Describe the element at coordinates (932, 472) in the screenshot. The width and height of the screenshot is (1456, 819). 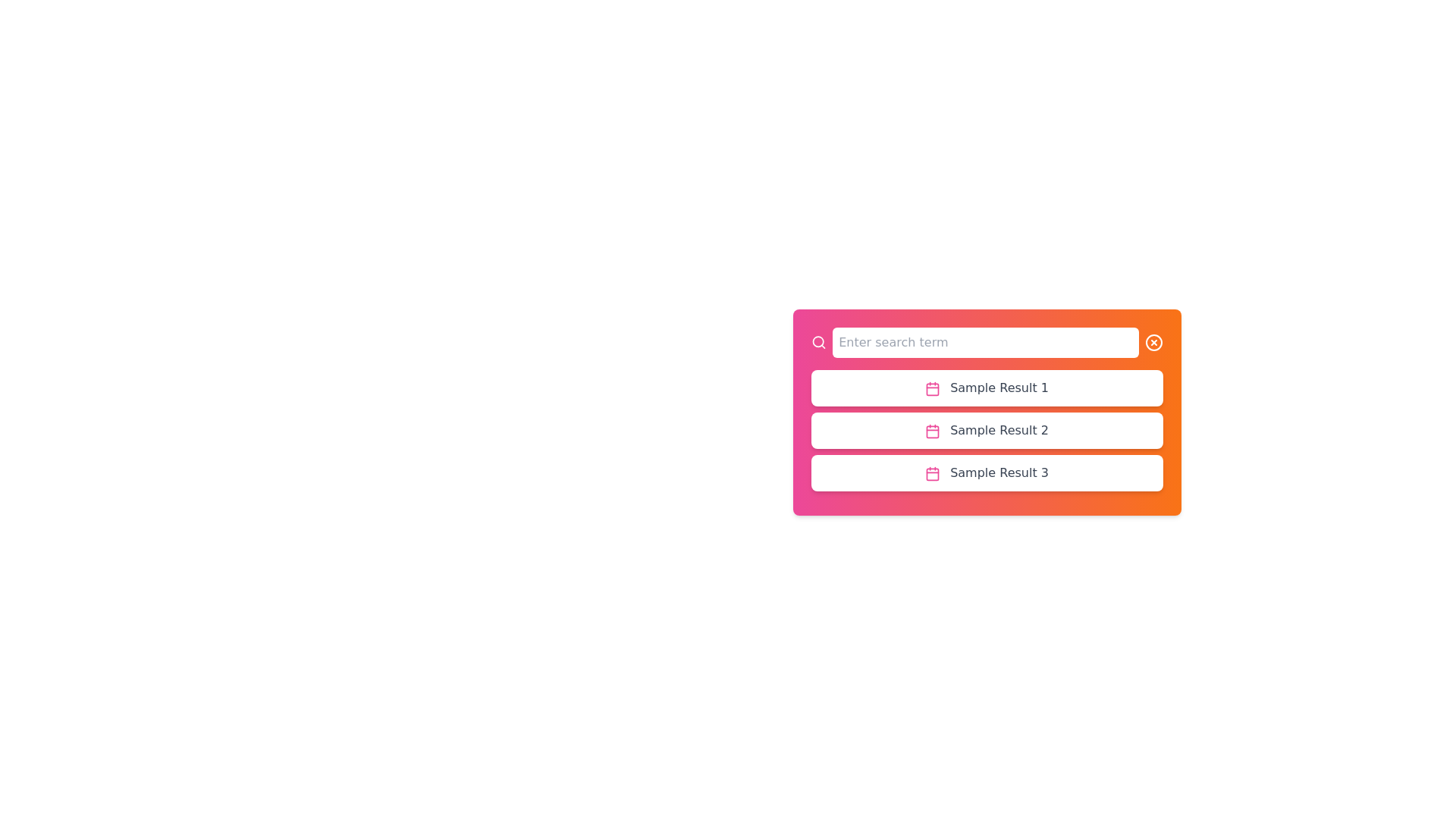
I see `the calendar icon located to the left of the text 'Sample Result 3' in the third row of the vertically stacked list of items` at that location.